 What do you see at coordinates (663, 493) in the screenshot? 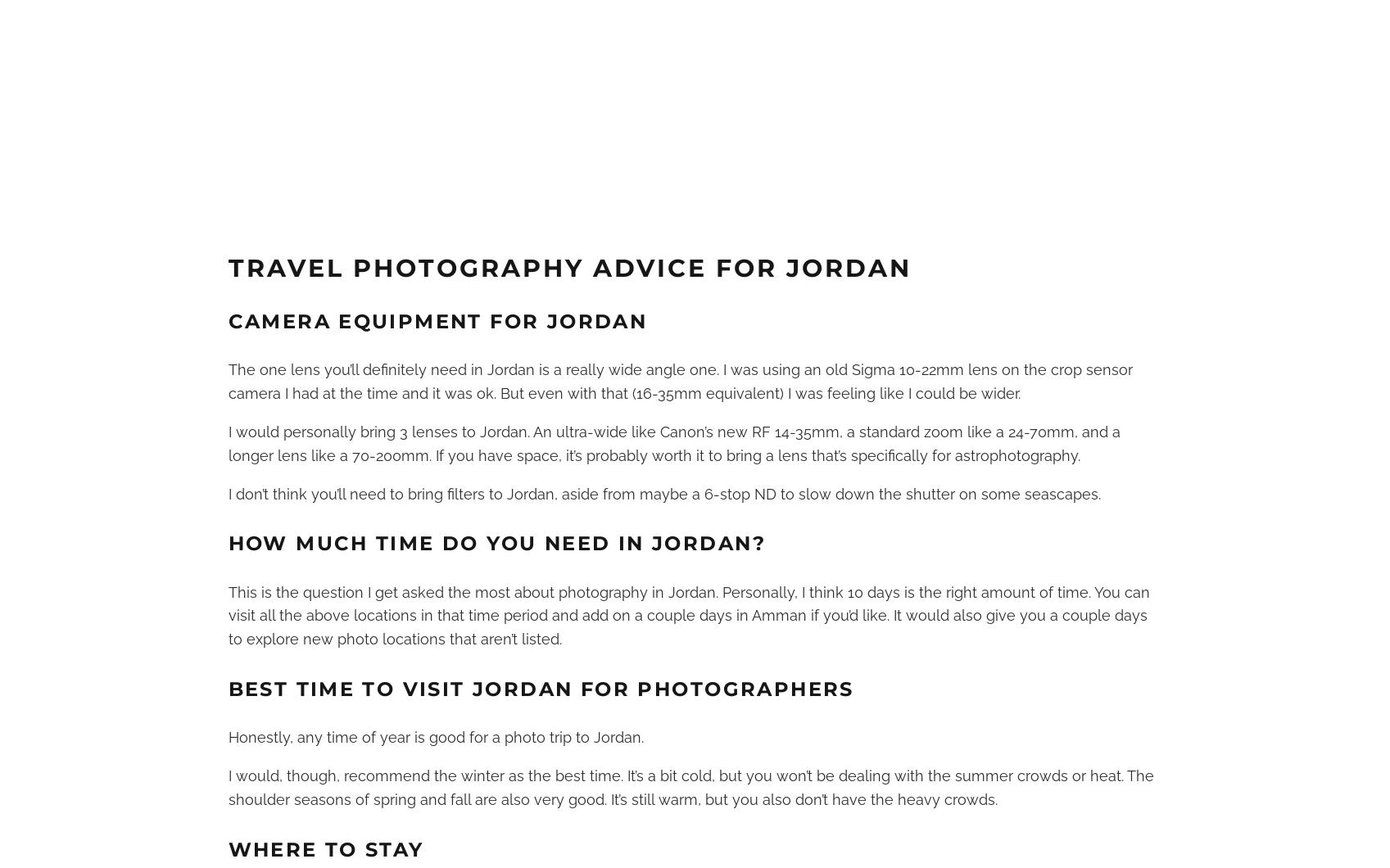
I see `'I don’t think you’ll need to bring filters to Jordan, aside from maybe a 6-stop ND to slow down the shutter on some seascapes.'` at bounding box center [663, 493].